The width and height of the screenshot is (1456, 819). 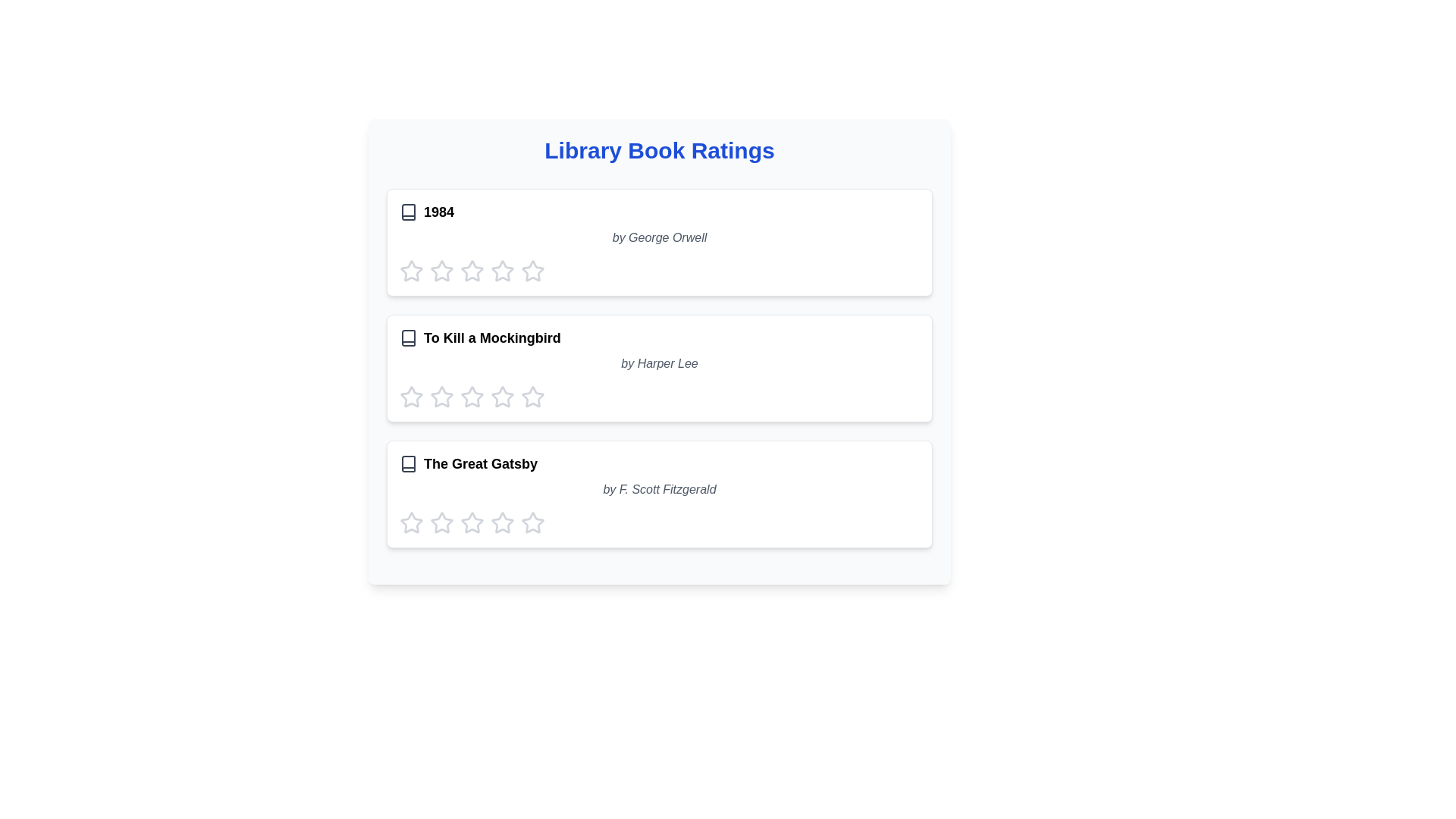 I want to click on the fourth star-shaped icon in the horizontal row below the title '1984' by George Orwell to rate it, so click(x=472, y=271).